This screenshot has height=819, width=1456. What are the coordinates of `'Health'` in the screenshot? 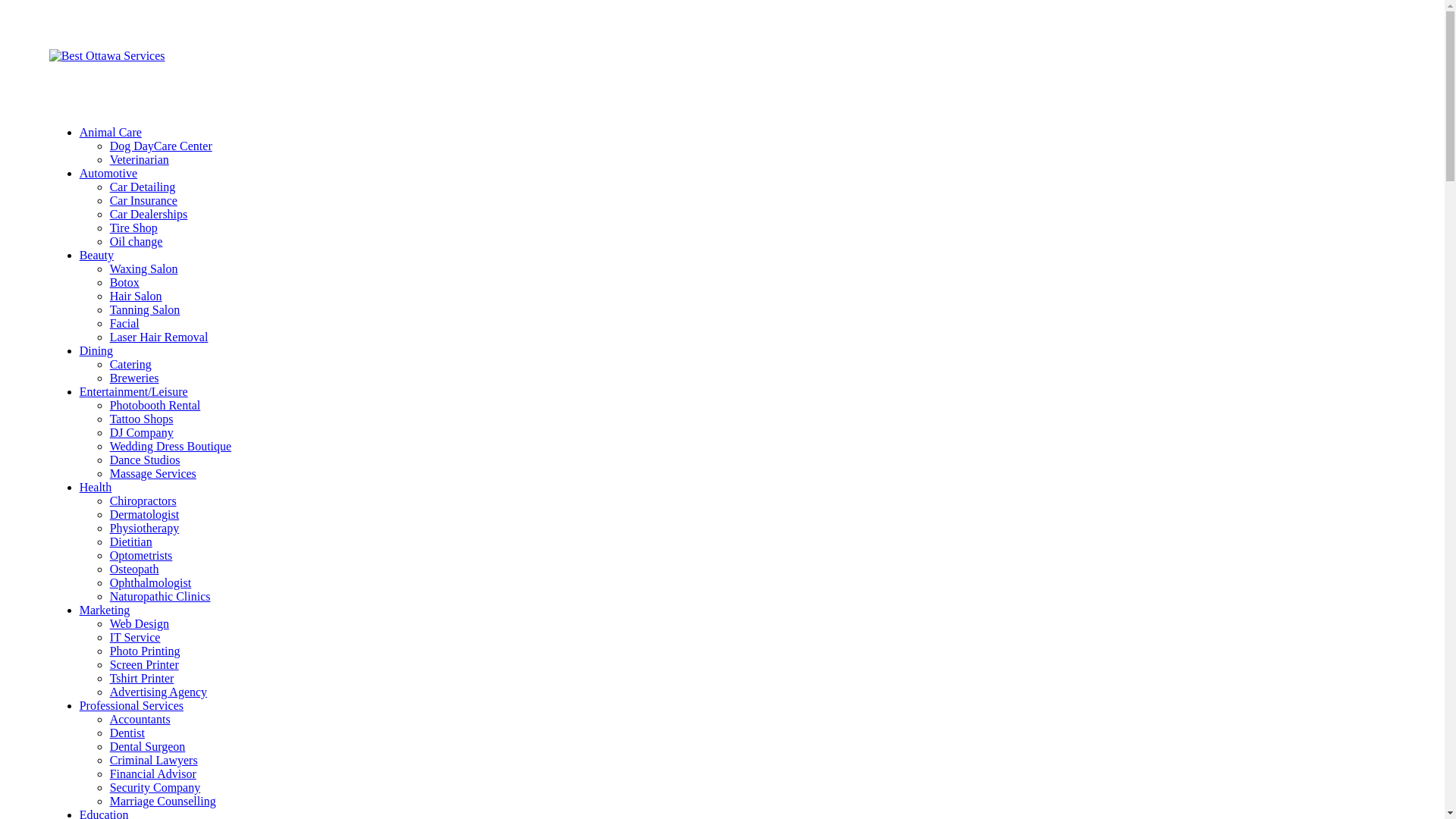 It's located at (79, 487).